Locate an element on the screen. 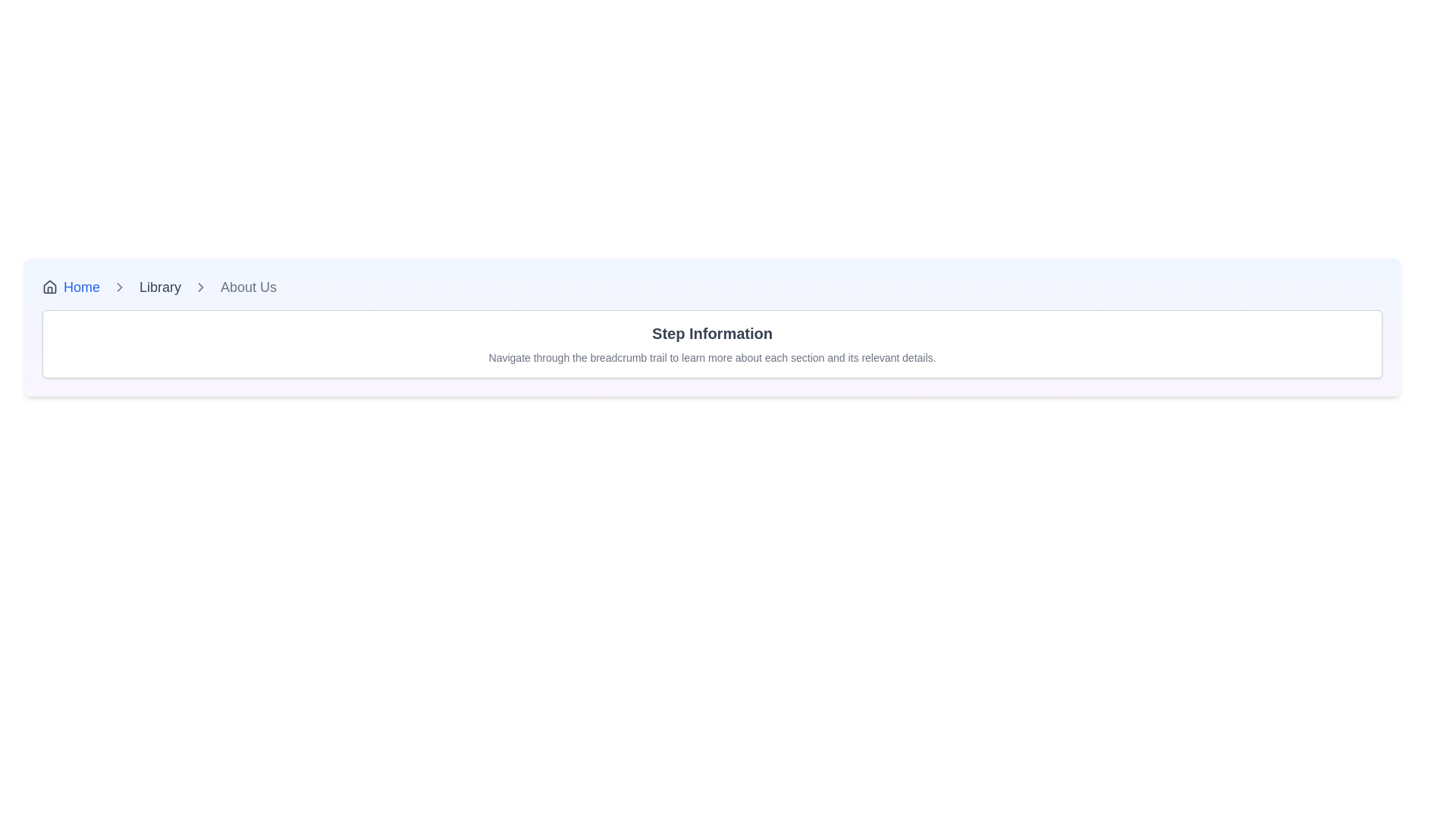 Image resolution: width=1456 pixels, height=819 pixels. the 'Home' hyperlink located at the leftmost position in the breadcrumb navigation bar is located at coordinates (71, 287).